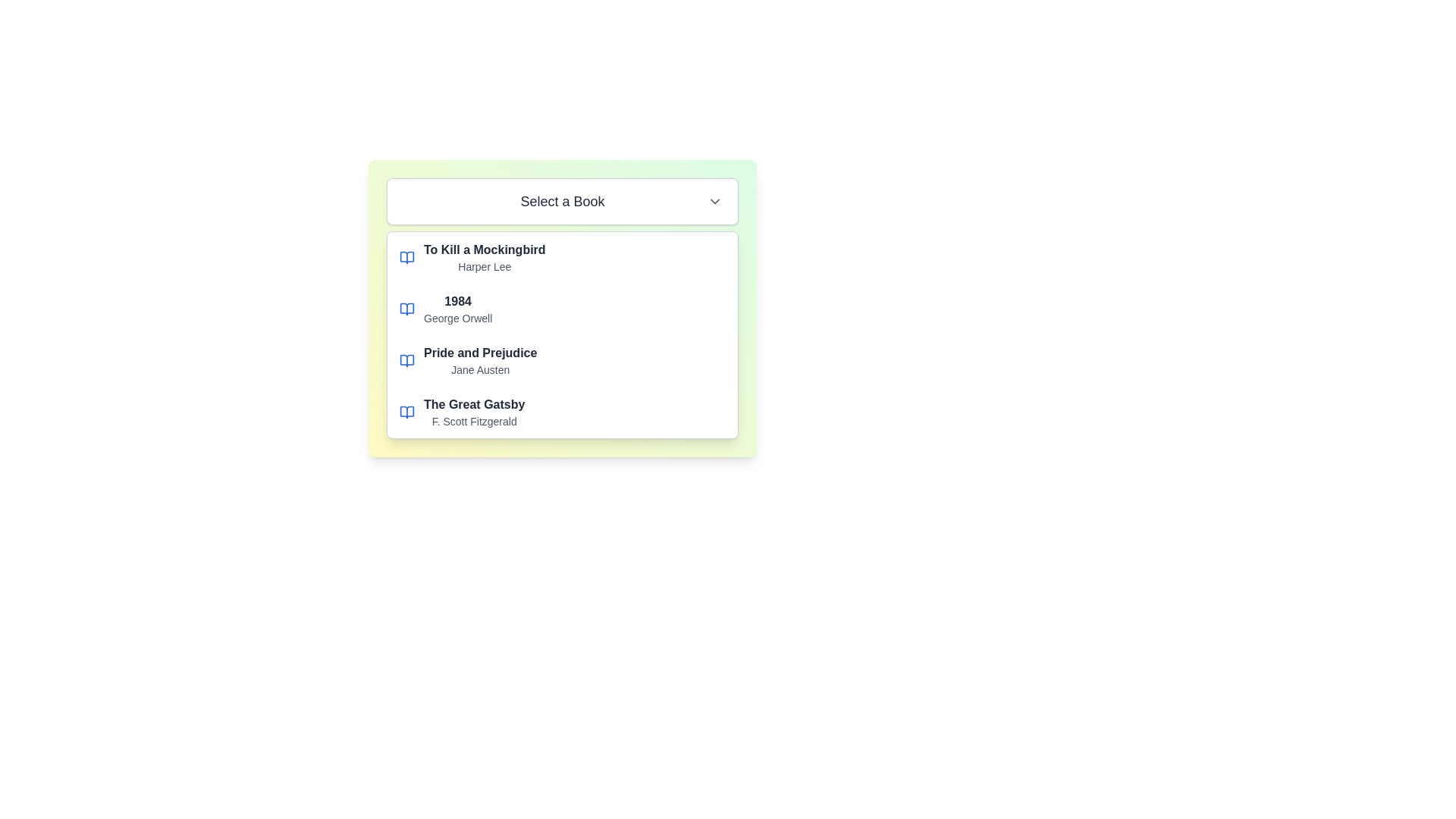 This screenshot has width=1456, height=819. Describe the element at coordinates (407, 256) in the screenshot. I see `the small blue open book icon located next to the title 'To Kill a Mockingbird' in the dropdown menu` at that location.